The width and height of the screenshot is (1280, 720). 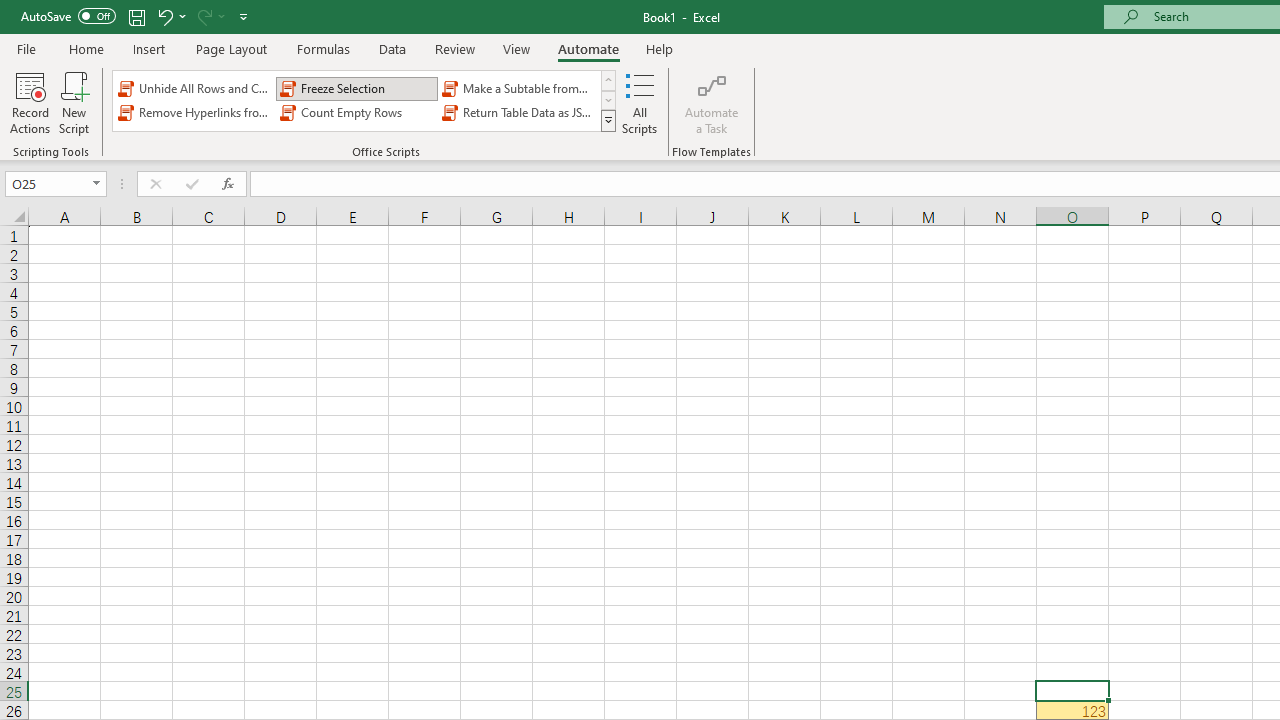 I want to click on 'Customize Quick Access Toolbar', so click(x=243, y=16).